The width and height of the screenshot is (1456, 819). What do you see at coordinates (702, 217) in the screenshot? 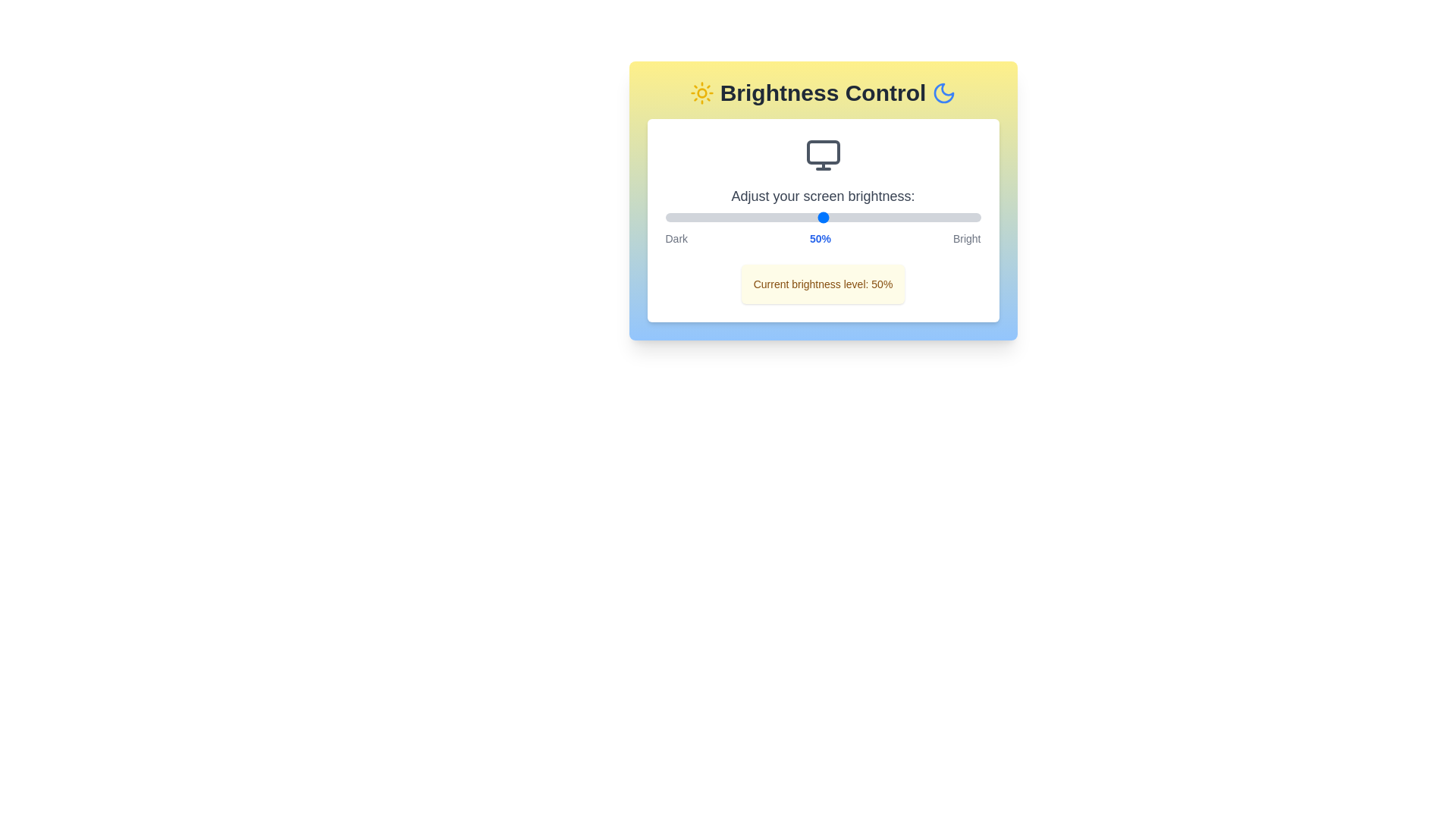
I see `the brightness to 12% by interacting with the slider` at bounding box center [702, 217].